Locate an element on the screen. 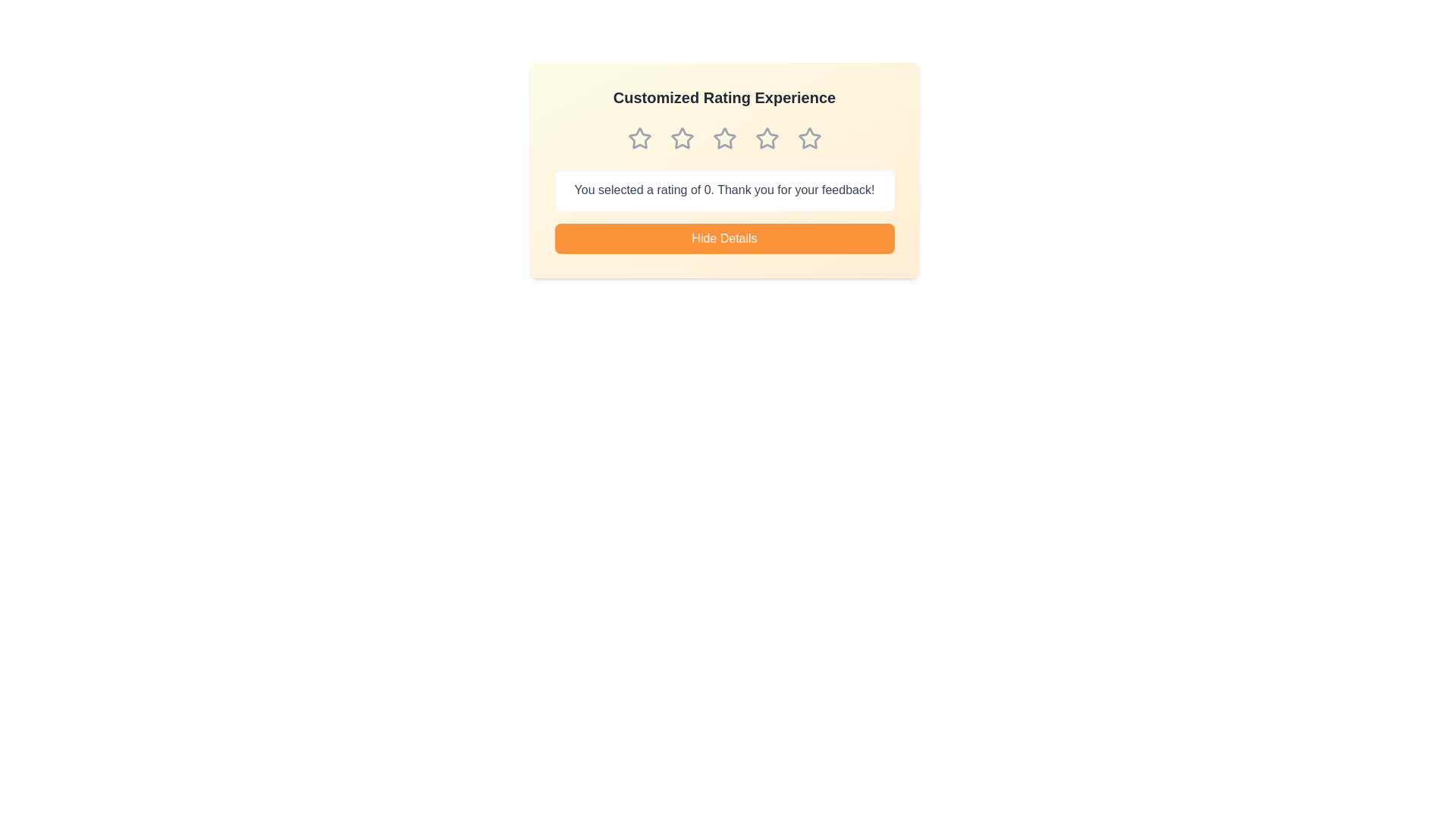  the star corresponding to the desired rating 1 is located at coordinates (639, 138).